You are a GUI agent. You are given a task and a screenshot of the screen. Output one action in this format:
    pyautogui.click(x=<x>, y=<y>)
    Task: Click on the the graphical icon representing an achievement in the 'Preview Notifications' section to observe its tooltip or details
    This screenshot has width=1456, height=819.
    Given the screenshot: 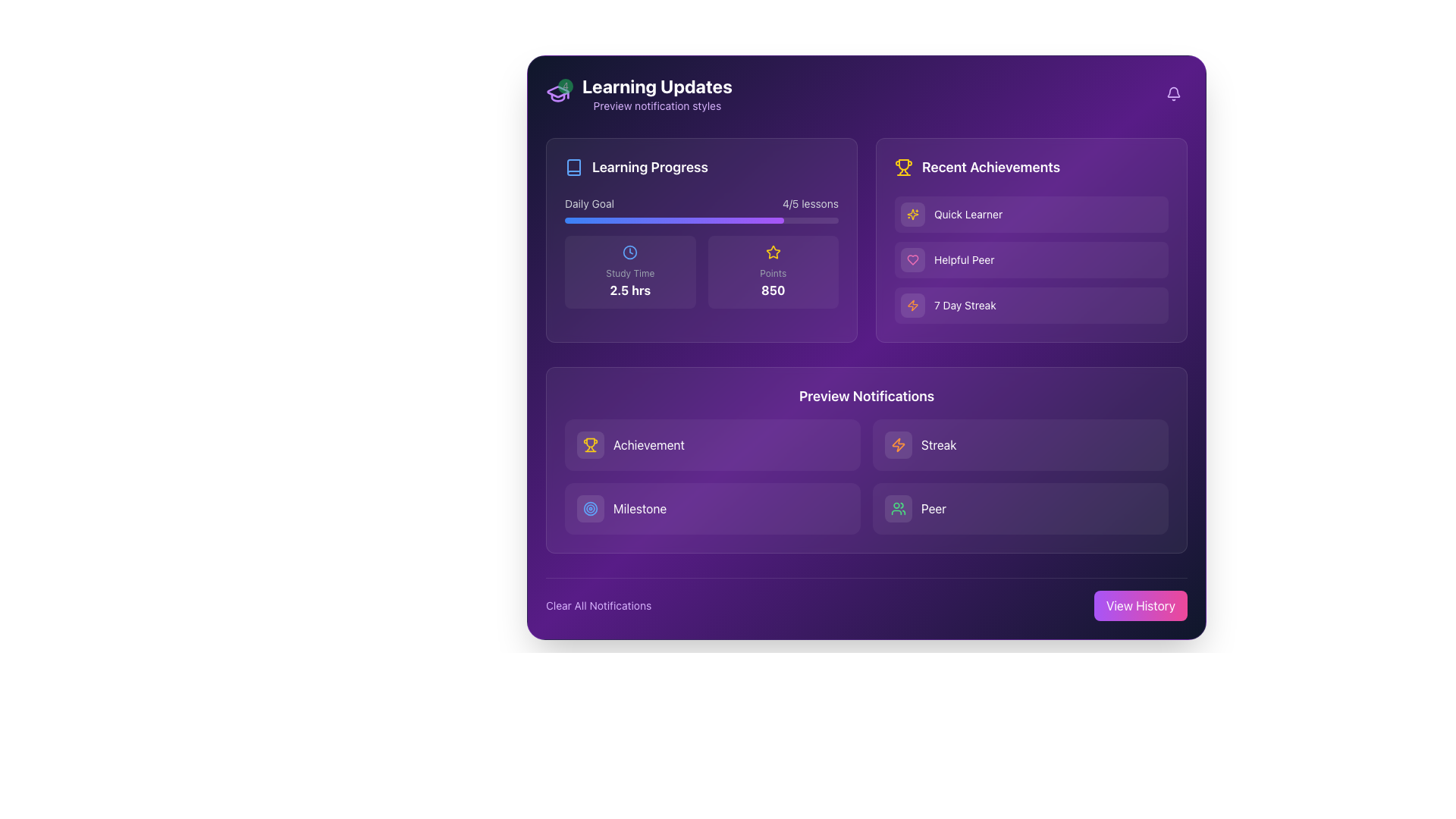 What is the action you would take?
    pyautogui.click(x=589, y=444)
    